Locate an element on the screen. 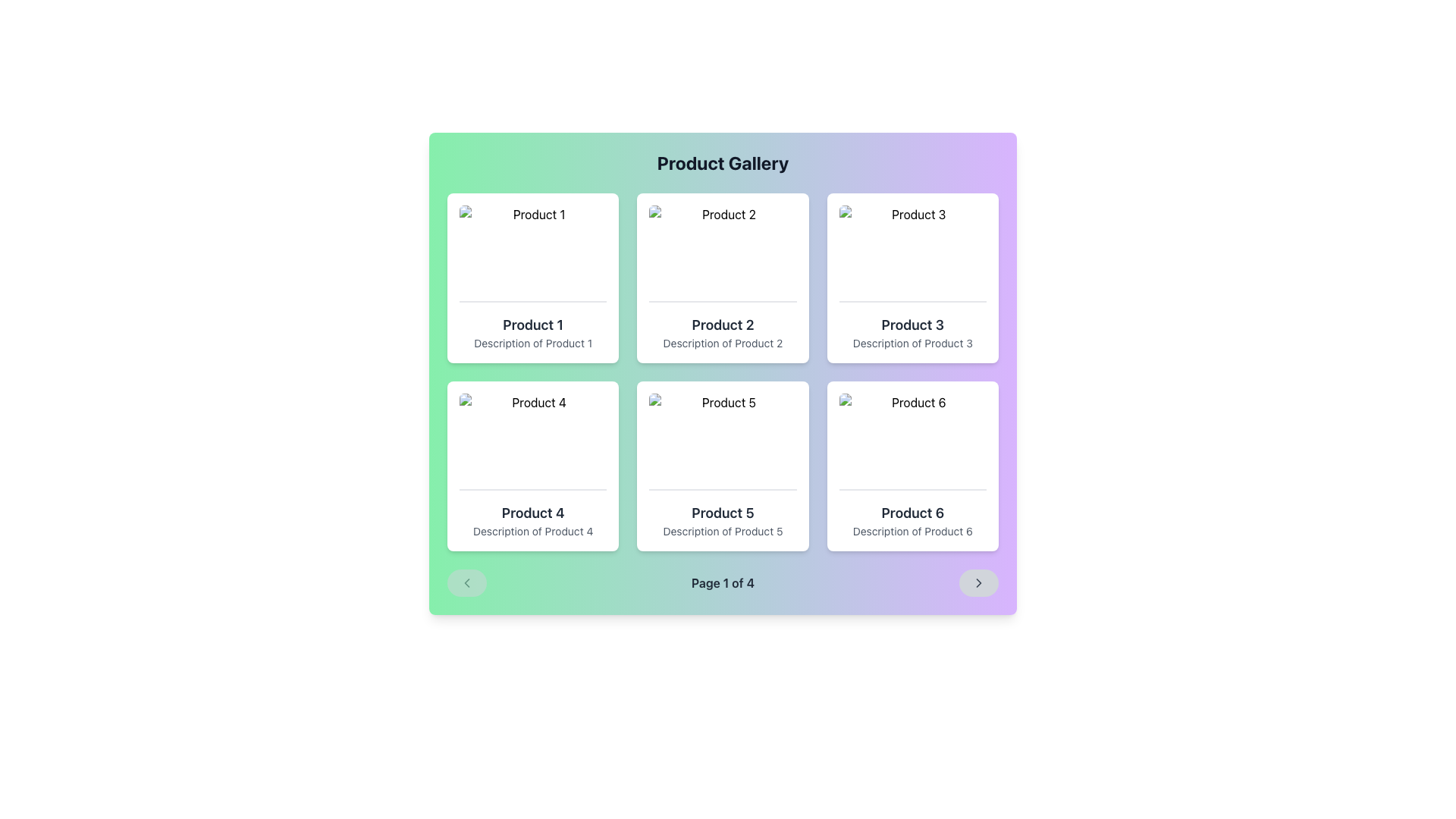 The width and height of the screenshot is (1456, 819). the Card component displaying 'Product 4' with a white background, located in the leftmost column of the second row in a 3x2 grid layout is located at coordinates (533, 465).